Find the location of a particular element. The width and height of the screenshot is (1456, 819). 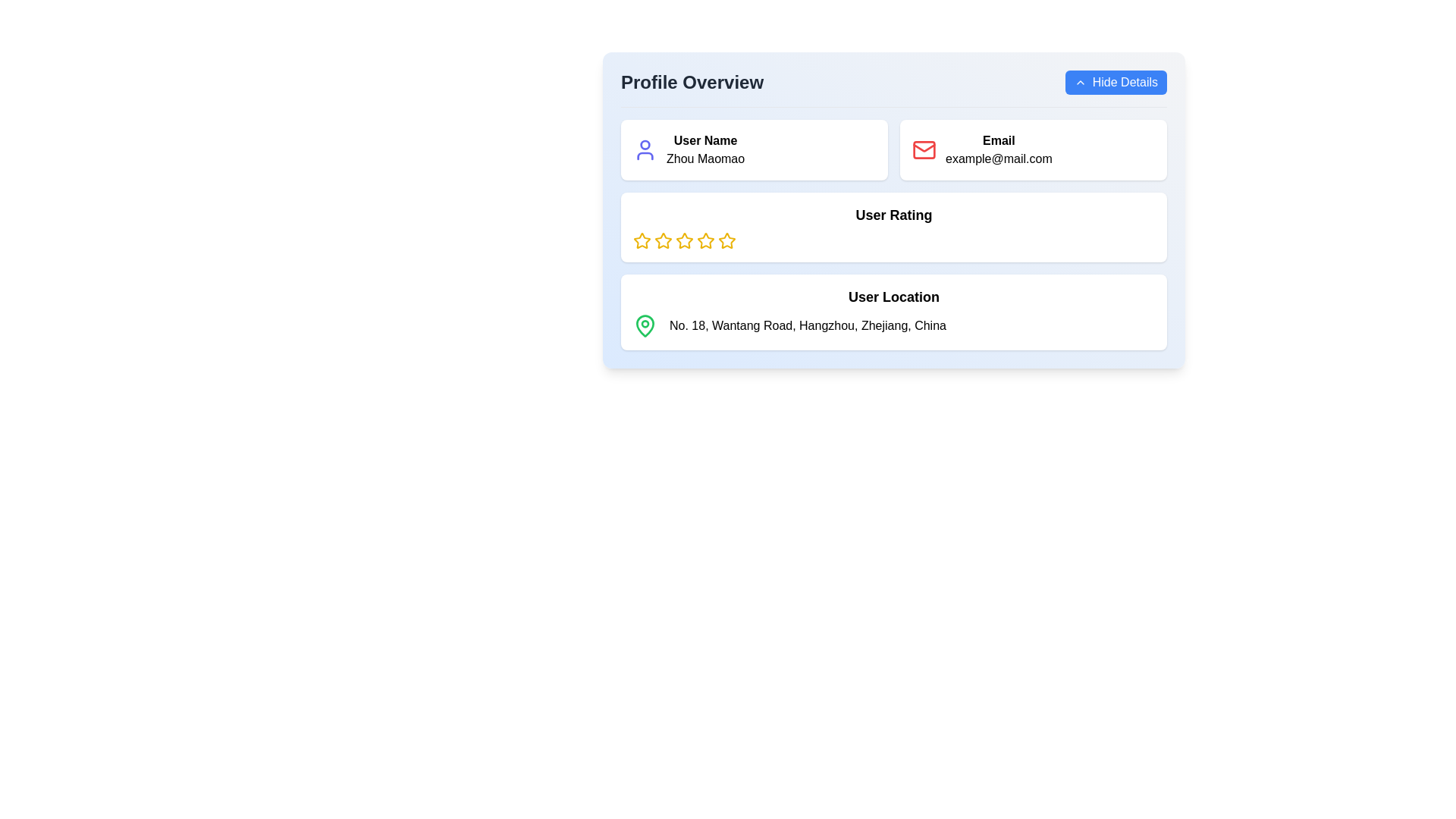

the header element that serves as the title for the user profile section, located at the top-left side of the interface is located at coordinates (691, 82).